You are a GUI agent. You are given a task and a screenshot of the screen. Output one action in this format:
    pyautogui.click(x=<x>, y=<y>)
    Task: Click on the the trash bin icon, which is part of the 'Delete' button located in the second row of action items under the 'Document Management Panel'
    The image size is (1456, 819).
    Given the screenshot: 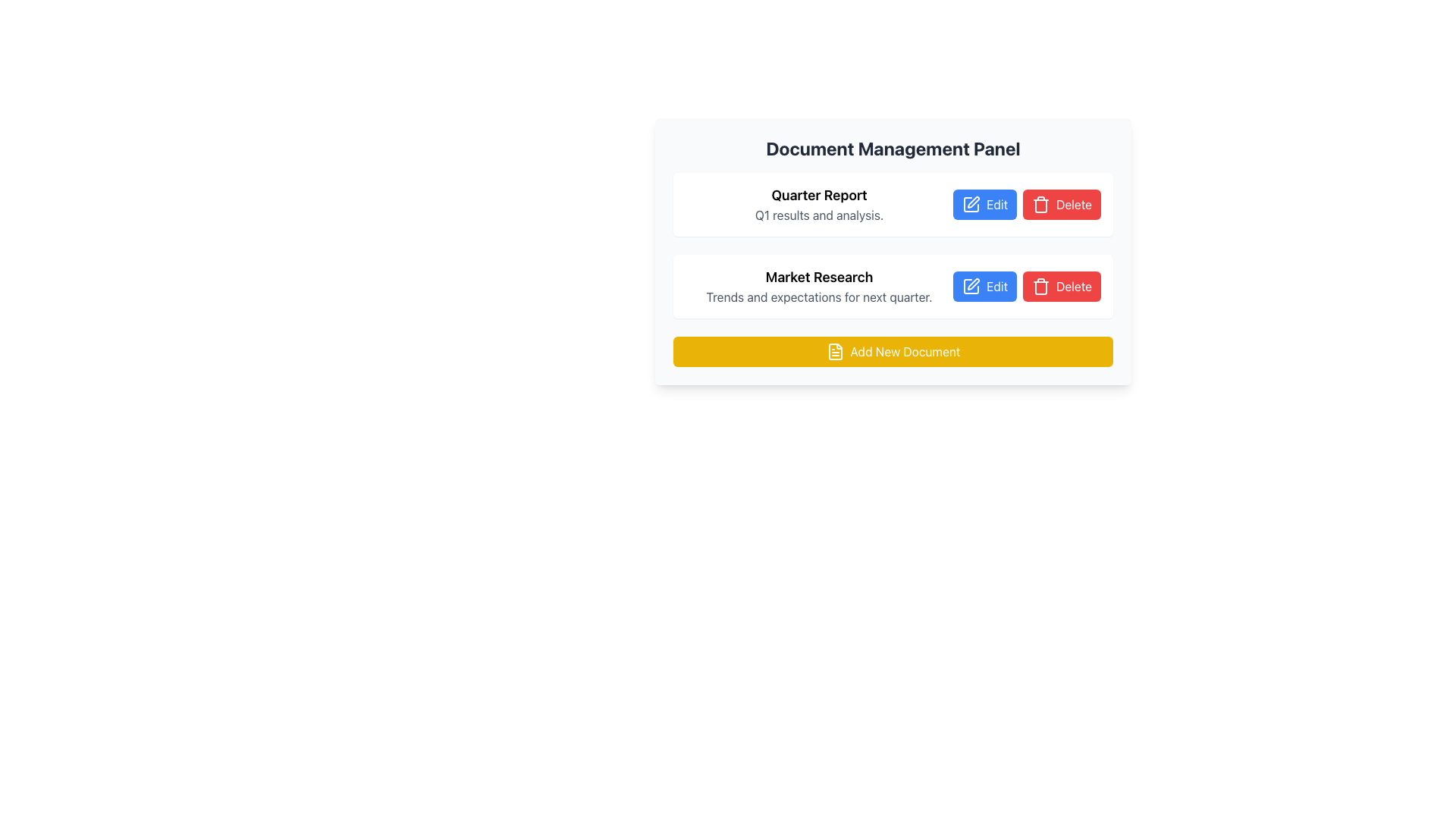 What is the action you would take?
    pyautogui.click(x=1040, y=205)
    